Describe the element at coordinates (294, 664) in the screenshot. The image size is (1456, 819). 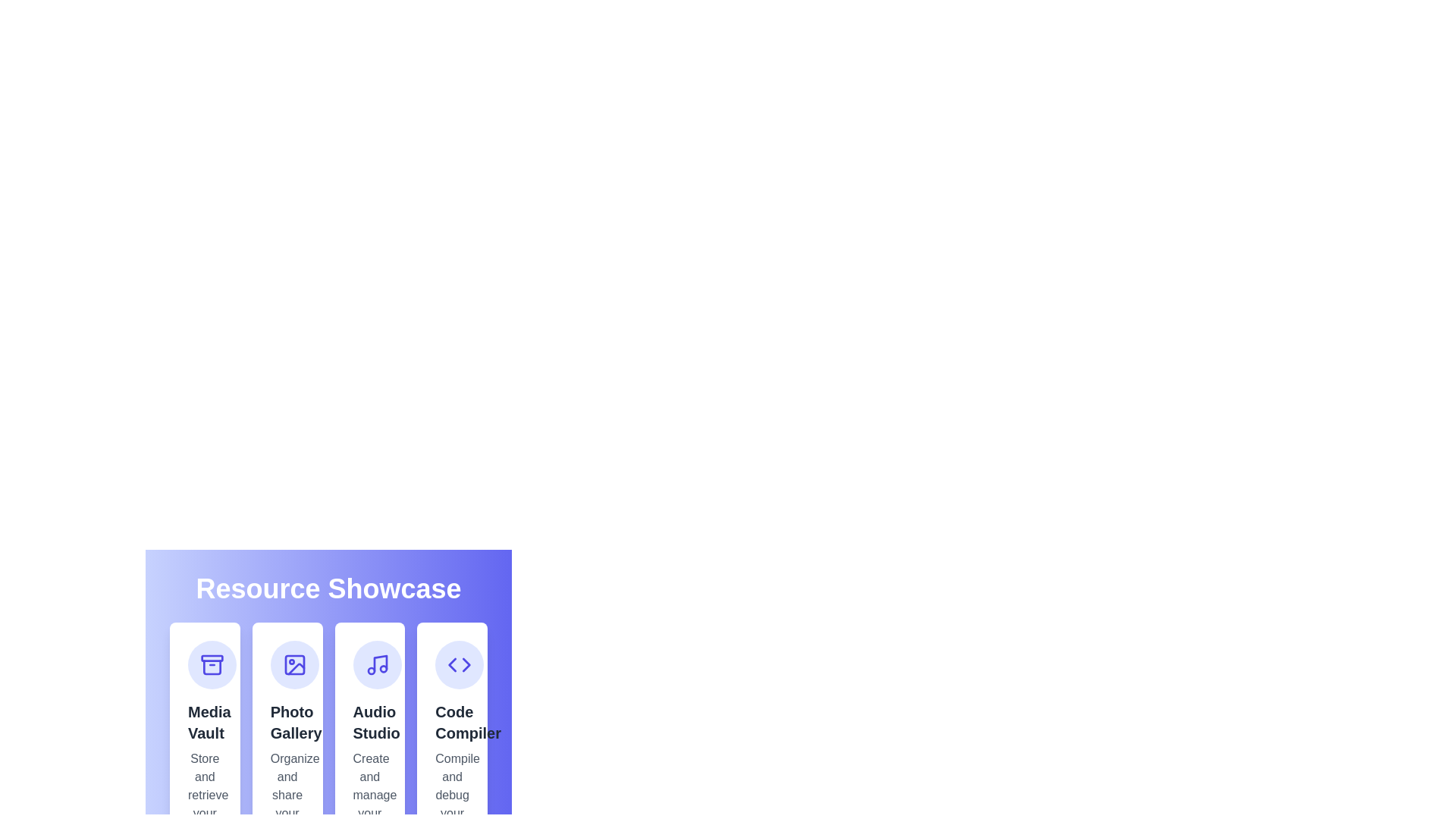
I see `the icon represented by the SVG rectangle with rounded corners located in the 'Photo Gallery' section under the 'Resource Showcase' heading to interact with it` at that location.